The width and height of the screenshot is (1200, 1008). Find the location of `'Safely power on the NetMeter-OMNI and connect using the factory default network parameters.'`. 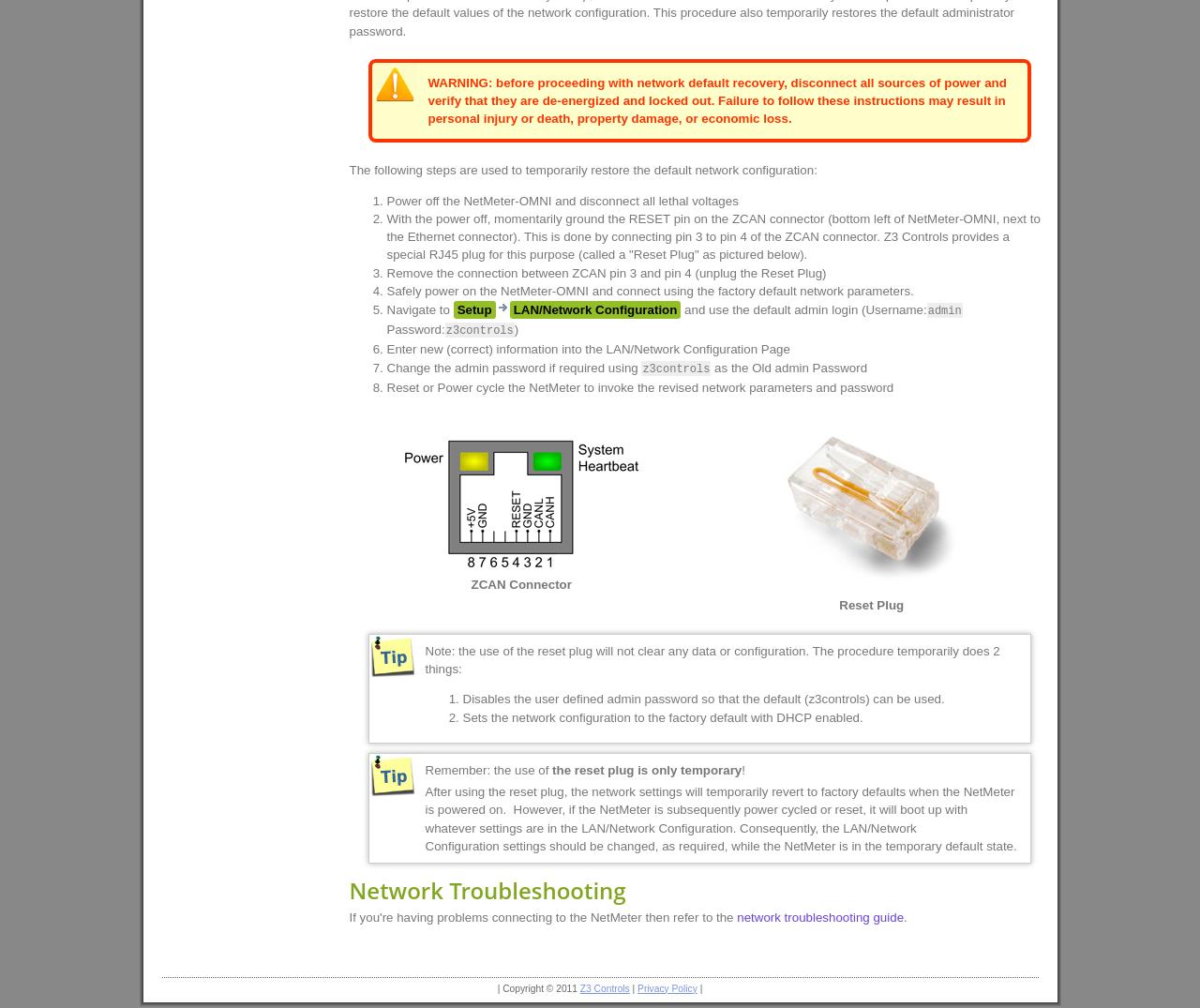

'Safely power on the NetMeter-OMNI and connect using the factory default network parameters.' is located at coordinates (649, 289).